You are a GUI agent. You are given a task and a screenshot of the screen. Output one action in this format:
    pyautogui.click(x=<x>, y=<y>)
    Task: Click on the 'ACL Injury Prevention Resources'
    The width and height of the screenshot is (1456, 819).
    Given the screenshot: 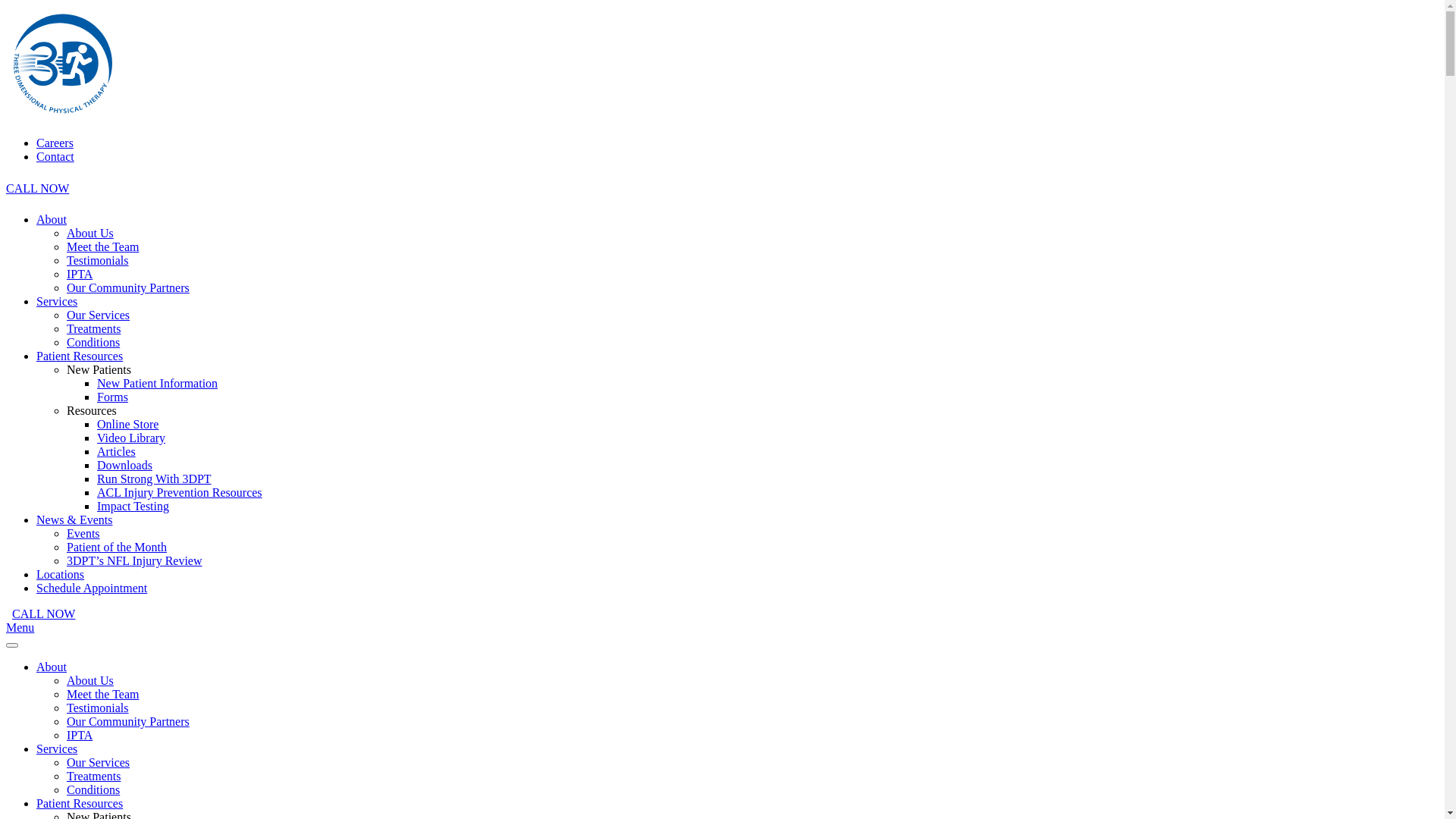 What is the action you would take?
    pyautogui.click(x=179, y=492)
    